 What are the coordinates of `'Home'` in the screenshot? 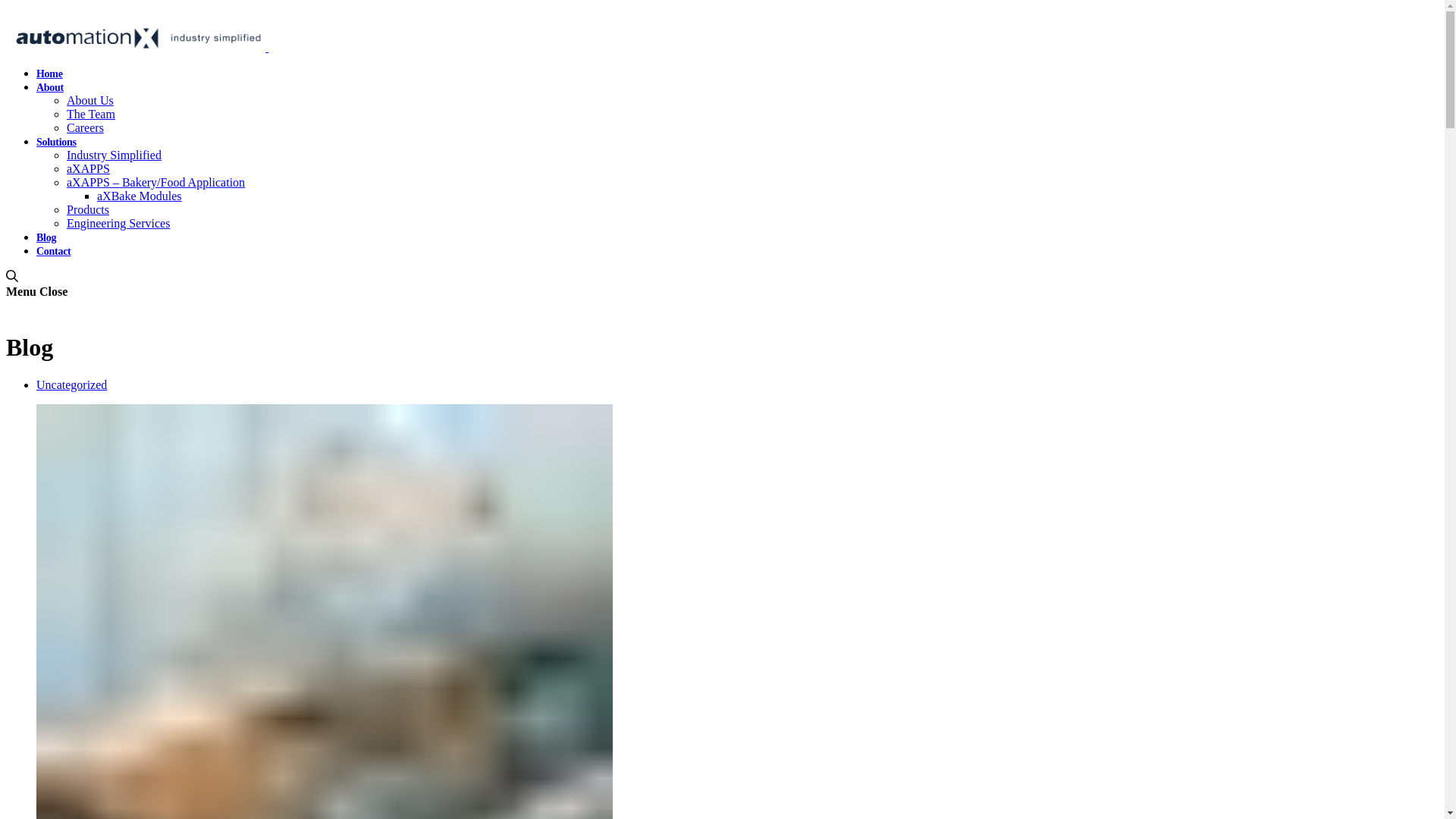 It's located at (49, 74).